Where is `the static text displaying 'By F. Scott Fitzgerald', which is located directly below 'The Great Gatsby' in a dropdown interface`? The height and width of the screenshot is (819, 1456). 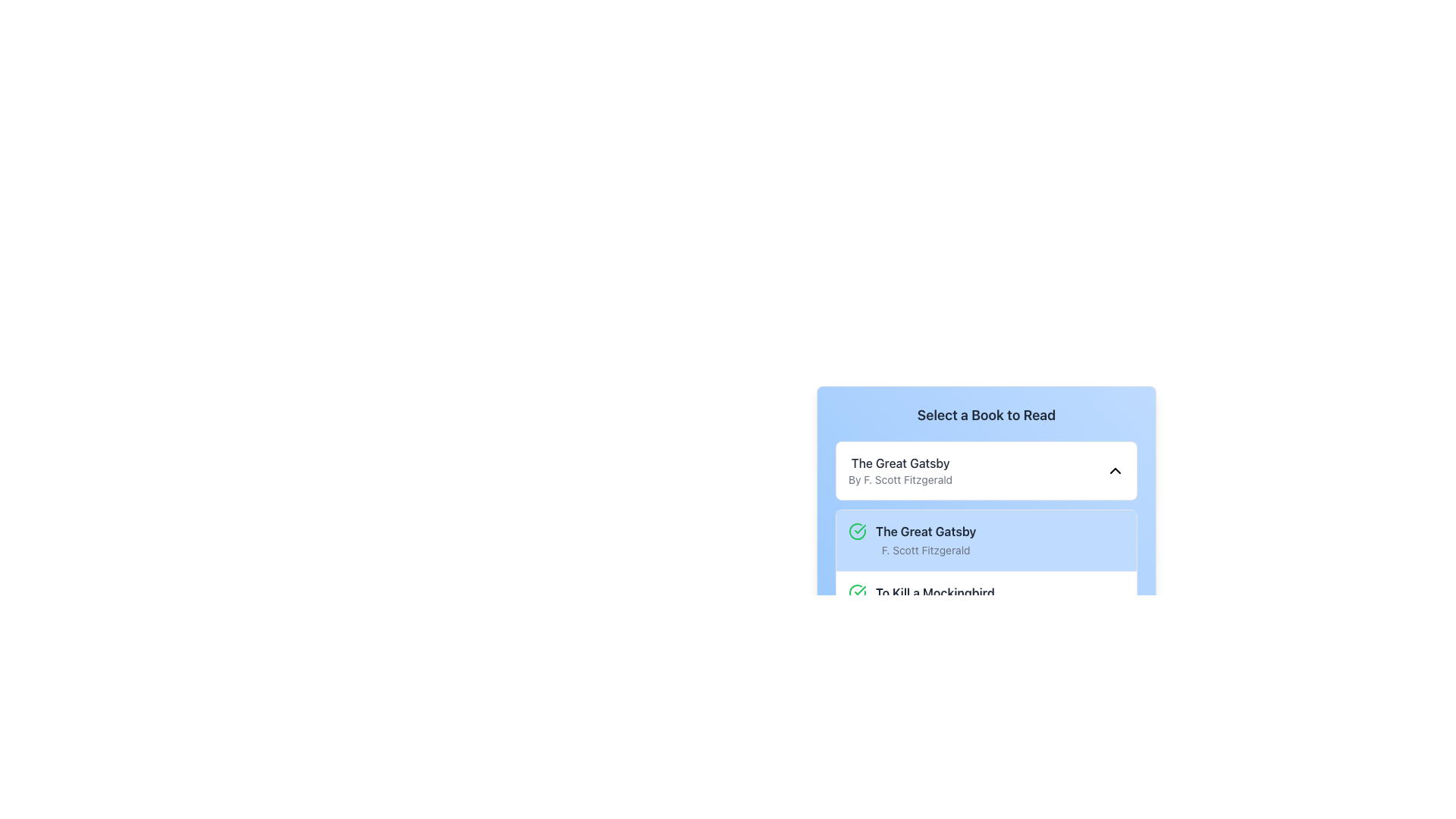
the static text displaying 'By F. Scott Fitzgerald', which is located directly below 'The Great Gatsby' in a dropdown interface is located at coordinates (900, 479).